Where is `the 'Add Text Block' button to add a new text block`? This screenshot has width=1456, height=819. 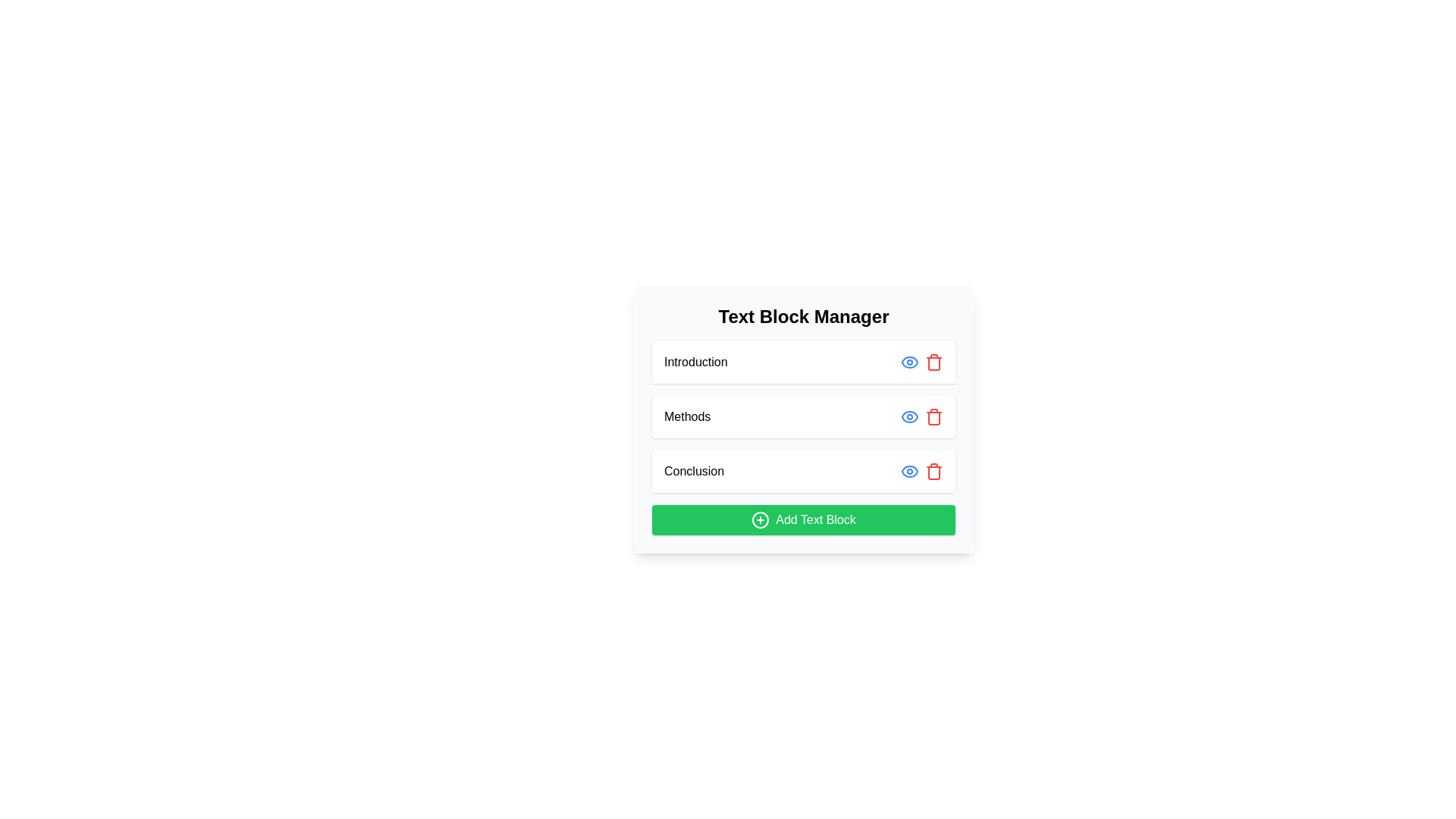 the 'Add Text Block' button to add a new text block is located at coordinates (803, 519).